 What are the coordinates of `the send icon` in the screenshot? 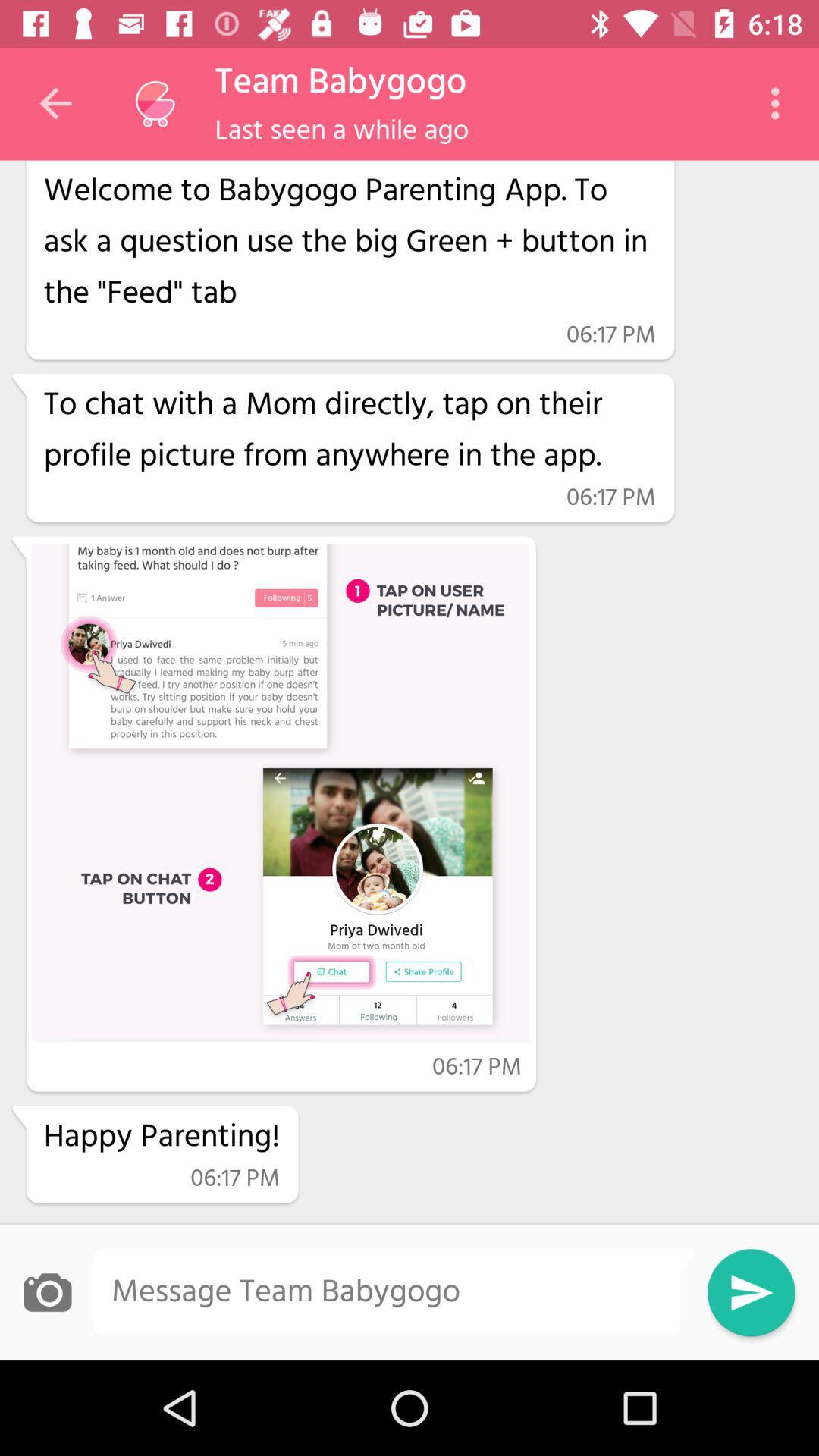 It's located at (751, 1291).